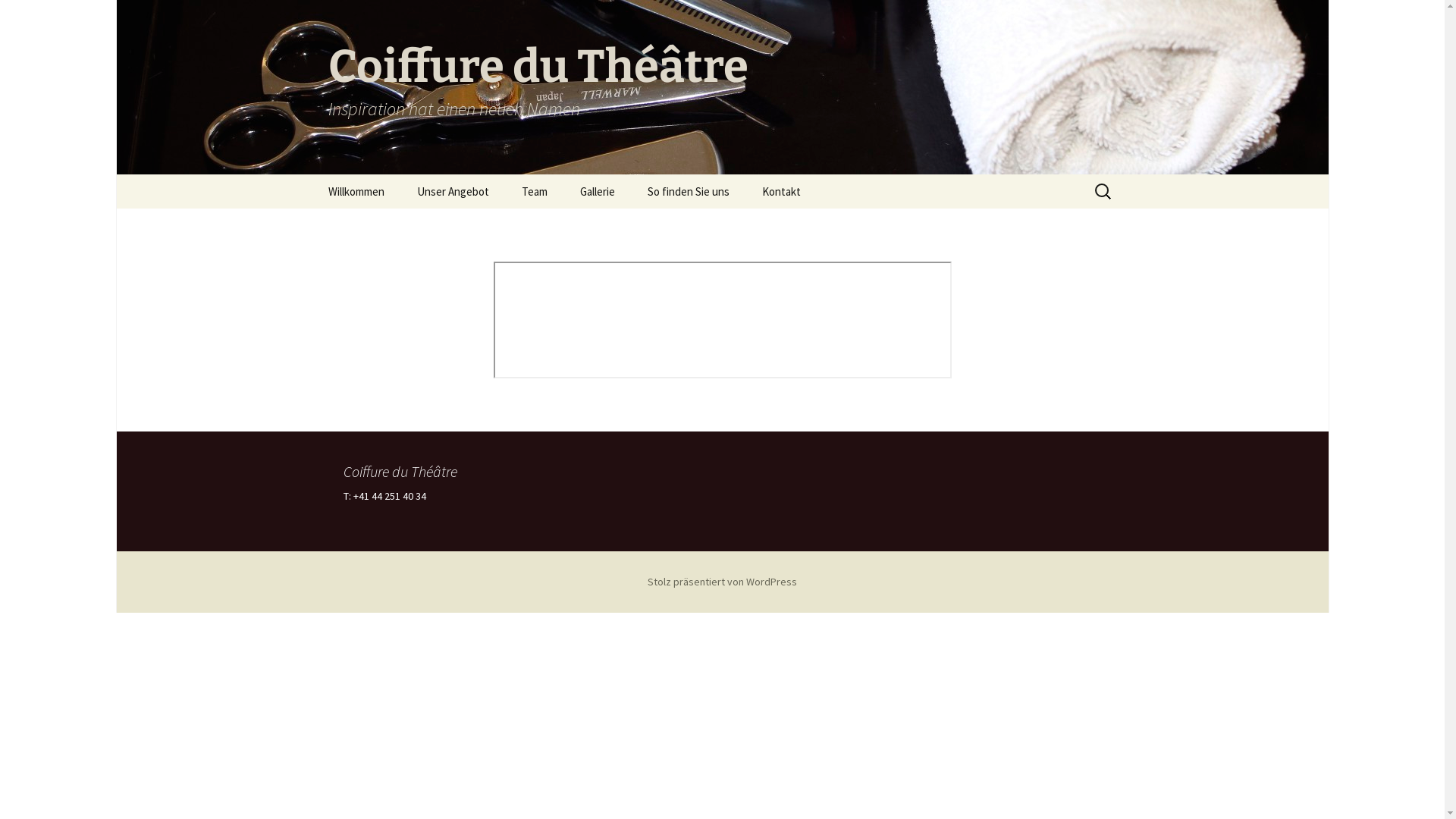 This screenshot has height=819, width=1456. Describe the element at coordinates (355, 190) in the screenshot. I see `'Willkommen'` at that location.